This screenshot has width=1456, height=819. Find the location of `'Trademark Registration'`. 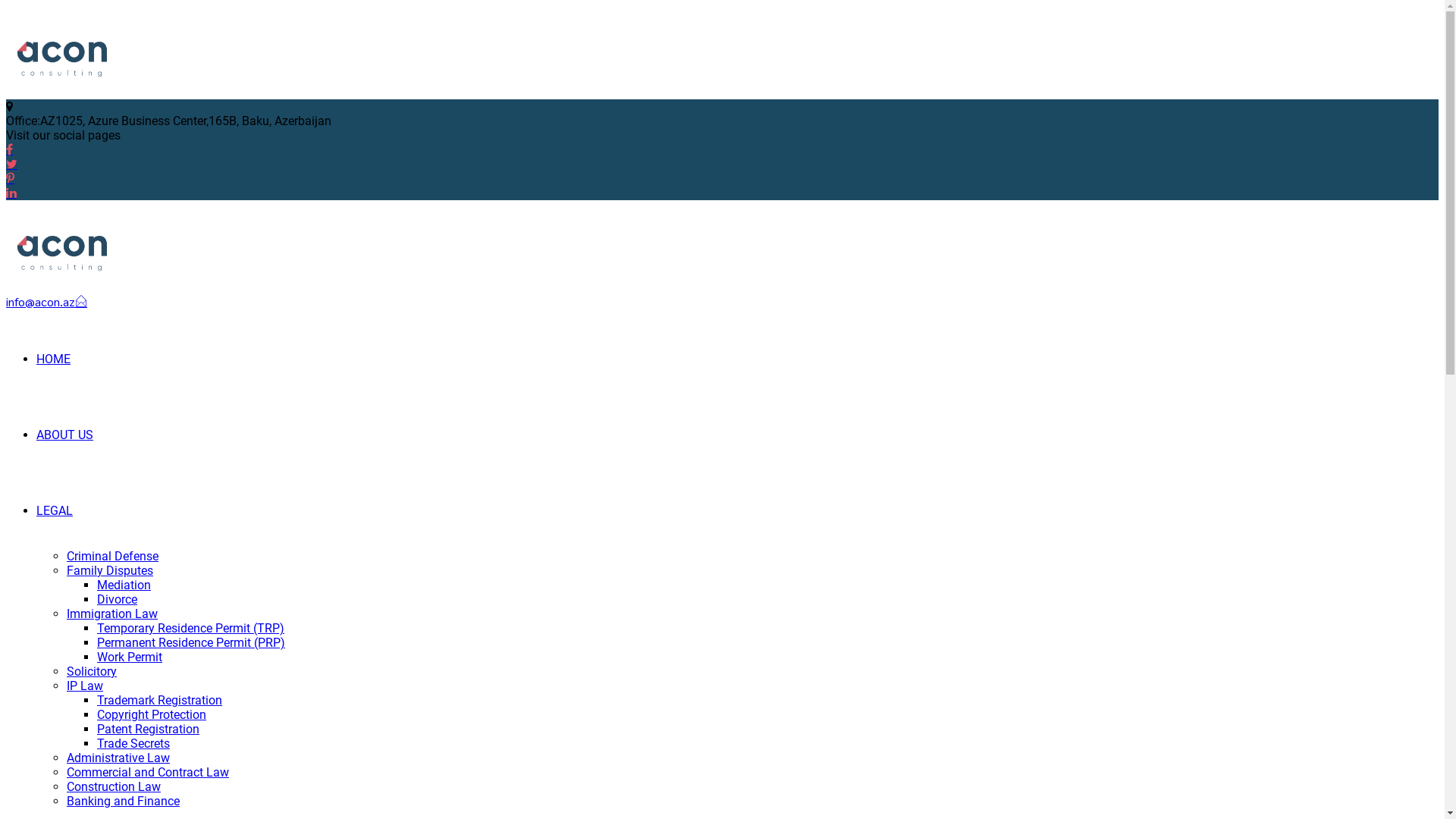

'Trademark Registration' is located at coordinates (159, 700).